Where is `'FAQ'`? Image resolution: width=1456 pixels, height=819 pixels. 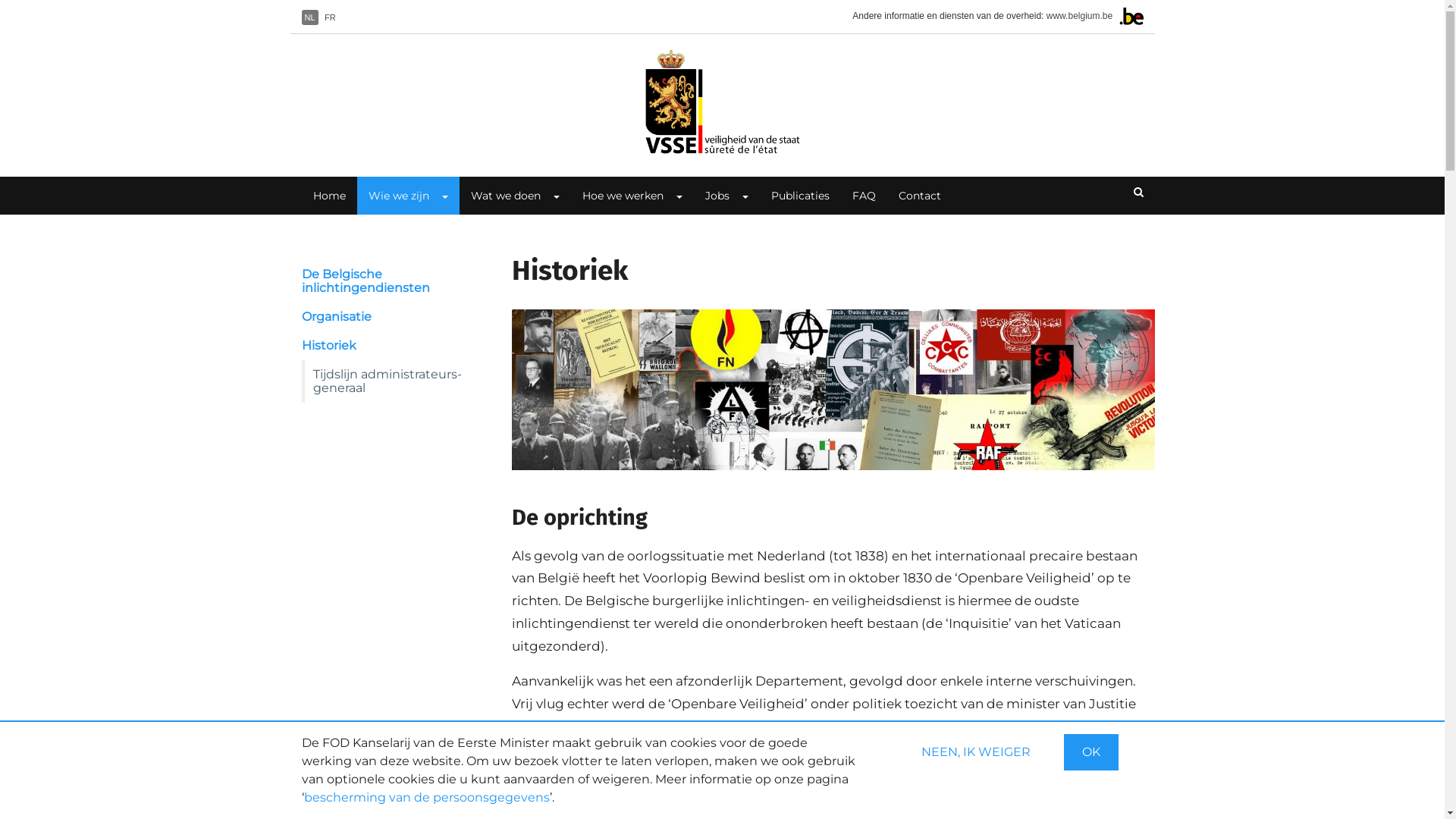 'FAQ' is located at coordinates (863, 195).